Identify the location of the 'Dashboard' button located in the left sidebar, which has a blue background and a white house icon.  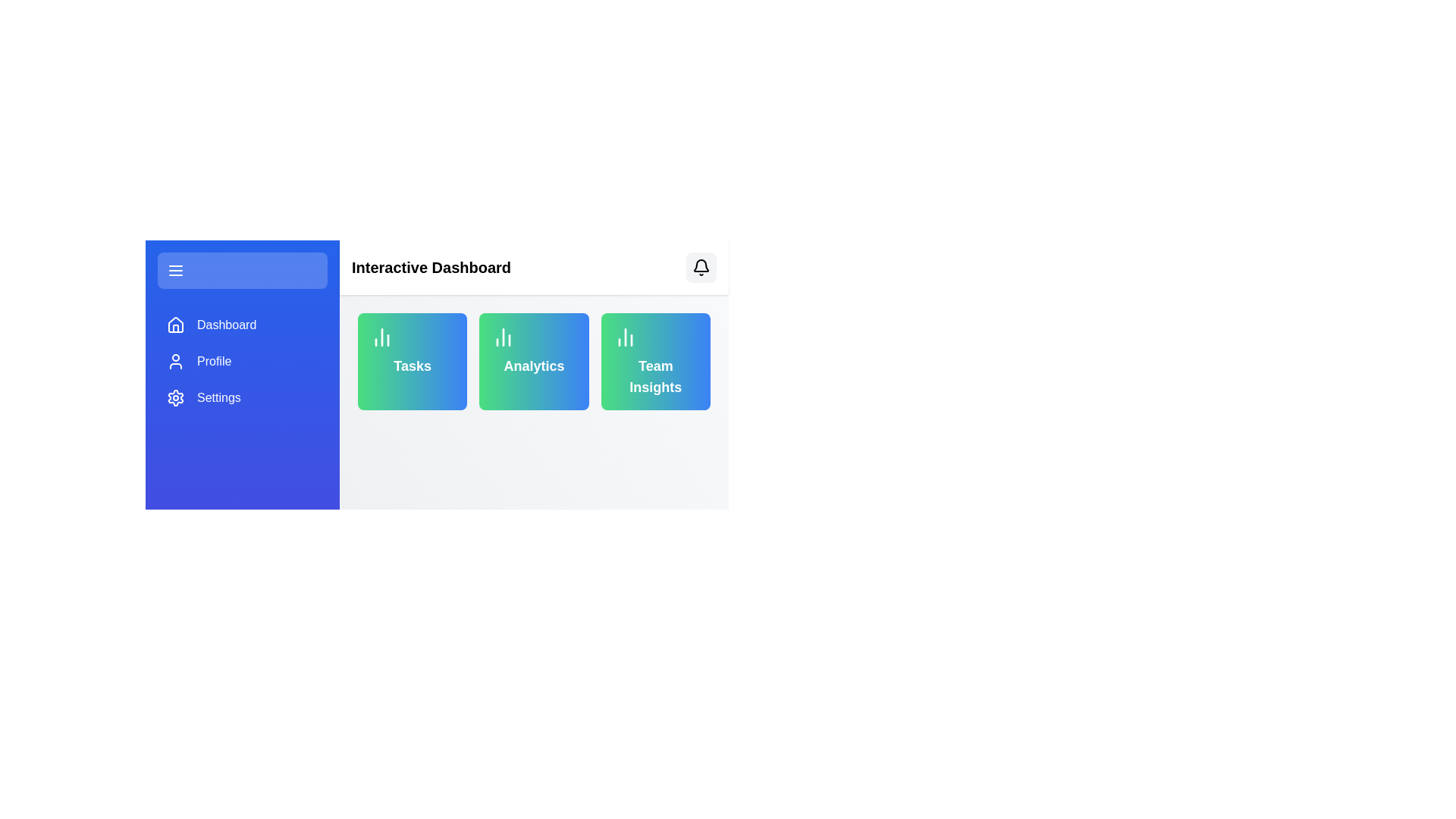
(243, 324).